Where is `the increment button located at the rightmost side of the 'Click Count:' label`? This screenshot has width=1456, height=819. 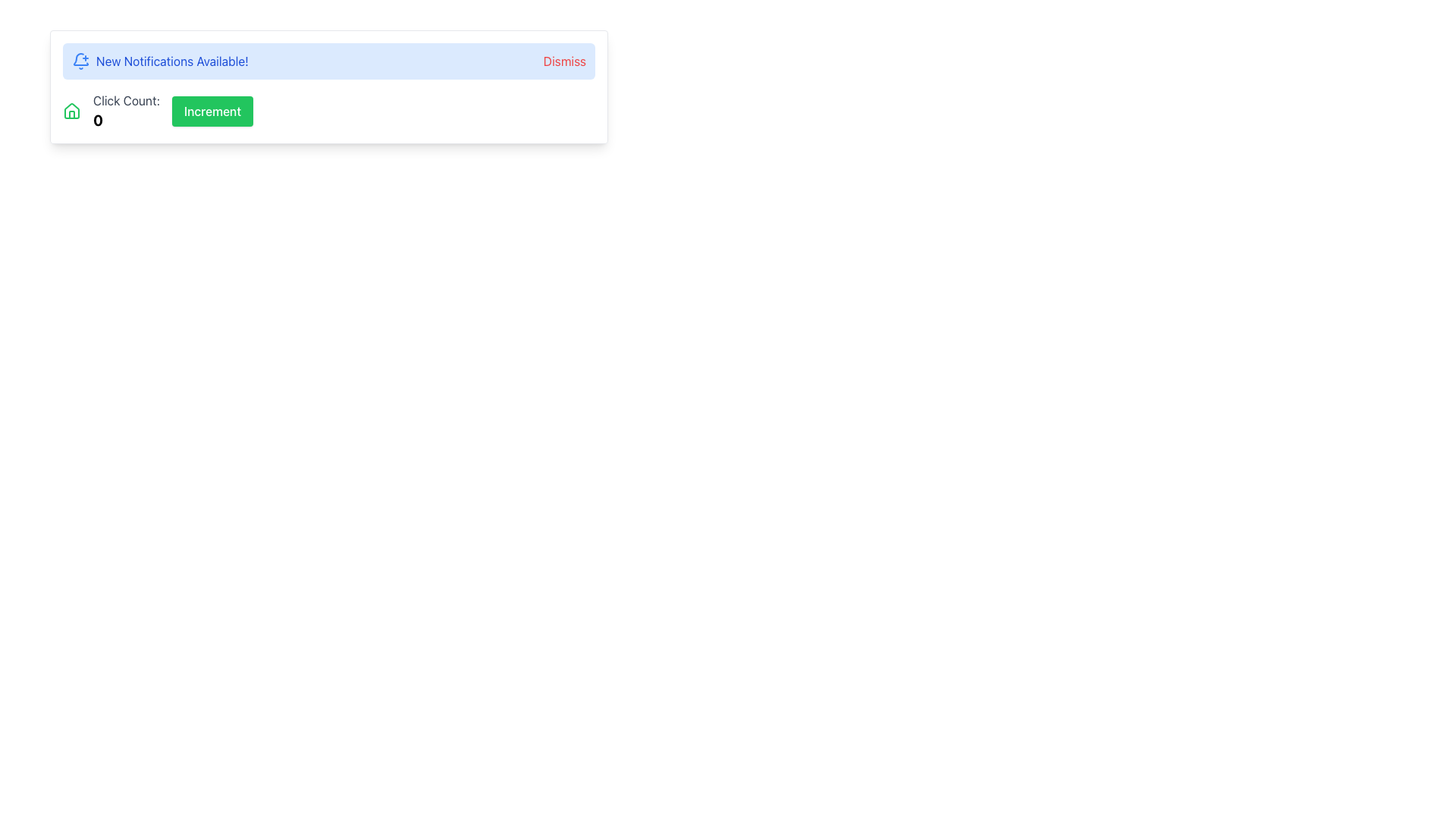
the increment button located at the rightmost side of the 'Click Count:' label is located at coordinates (212, 110).